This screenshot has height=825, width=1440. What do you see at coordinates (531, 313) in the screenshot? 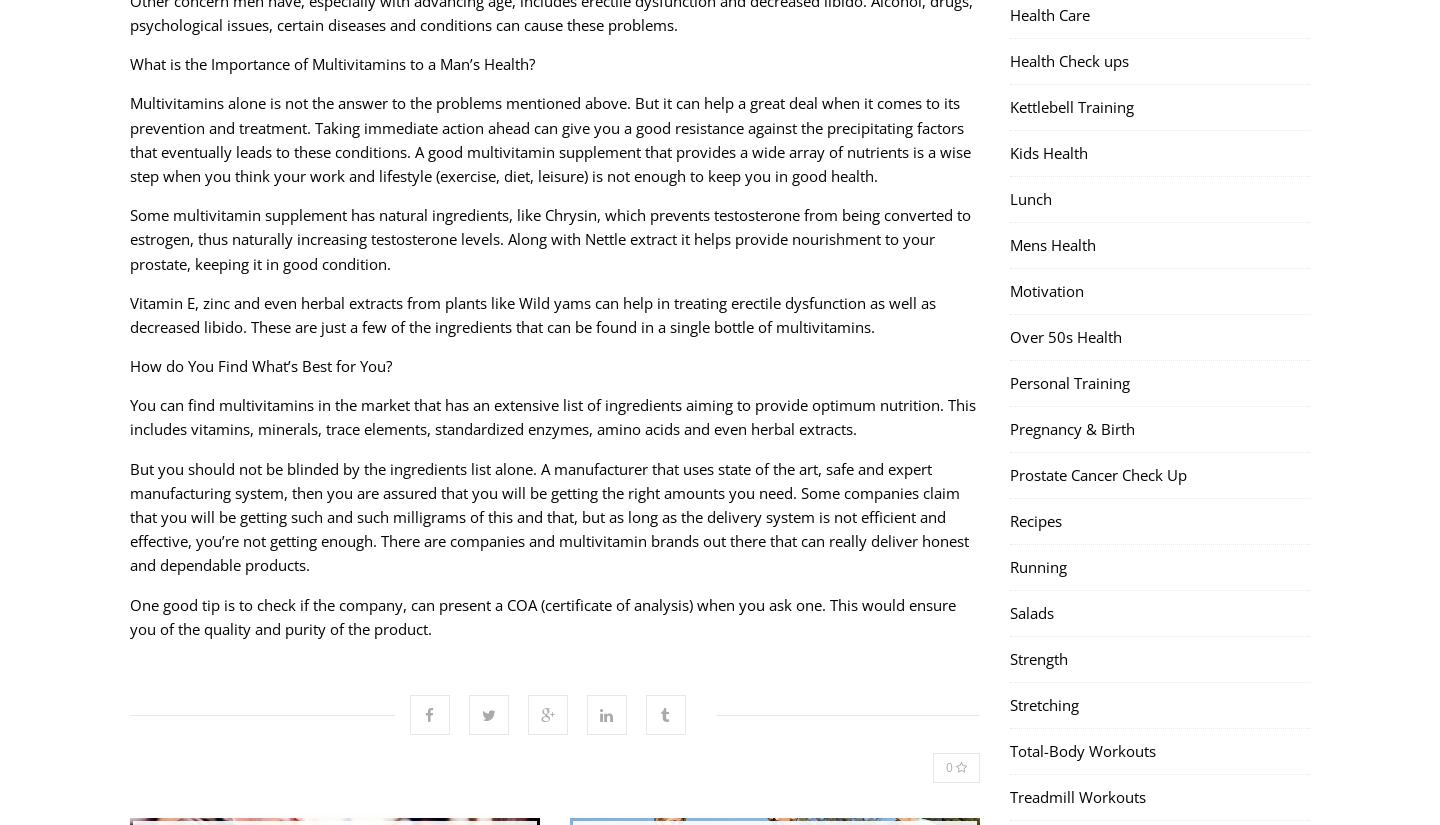
I see `'Vitamin E, zinc and even herbal extracts from plants like Wild yams can help in treating erectile dysfunction as well as decreased libido. These are just a few of the ingredients that can be found in a single bottle of multivitamins.'` at bounding box center [531, 313].